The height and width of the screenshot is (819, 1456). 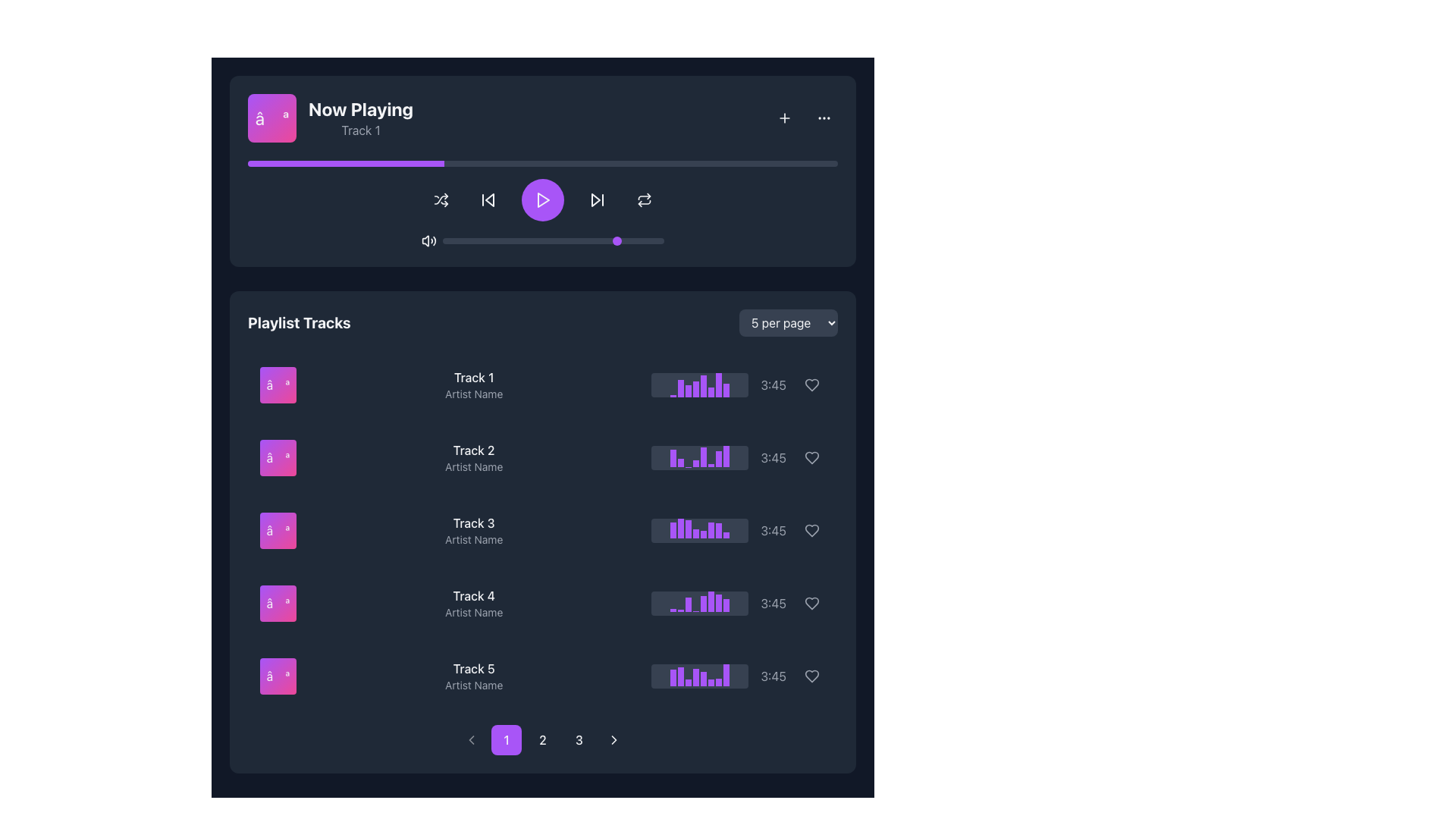 What do you see at coordinates (516, 240) in the screenshot?
I see `the slider` at bounding box center [516, 240].